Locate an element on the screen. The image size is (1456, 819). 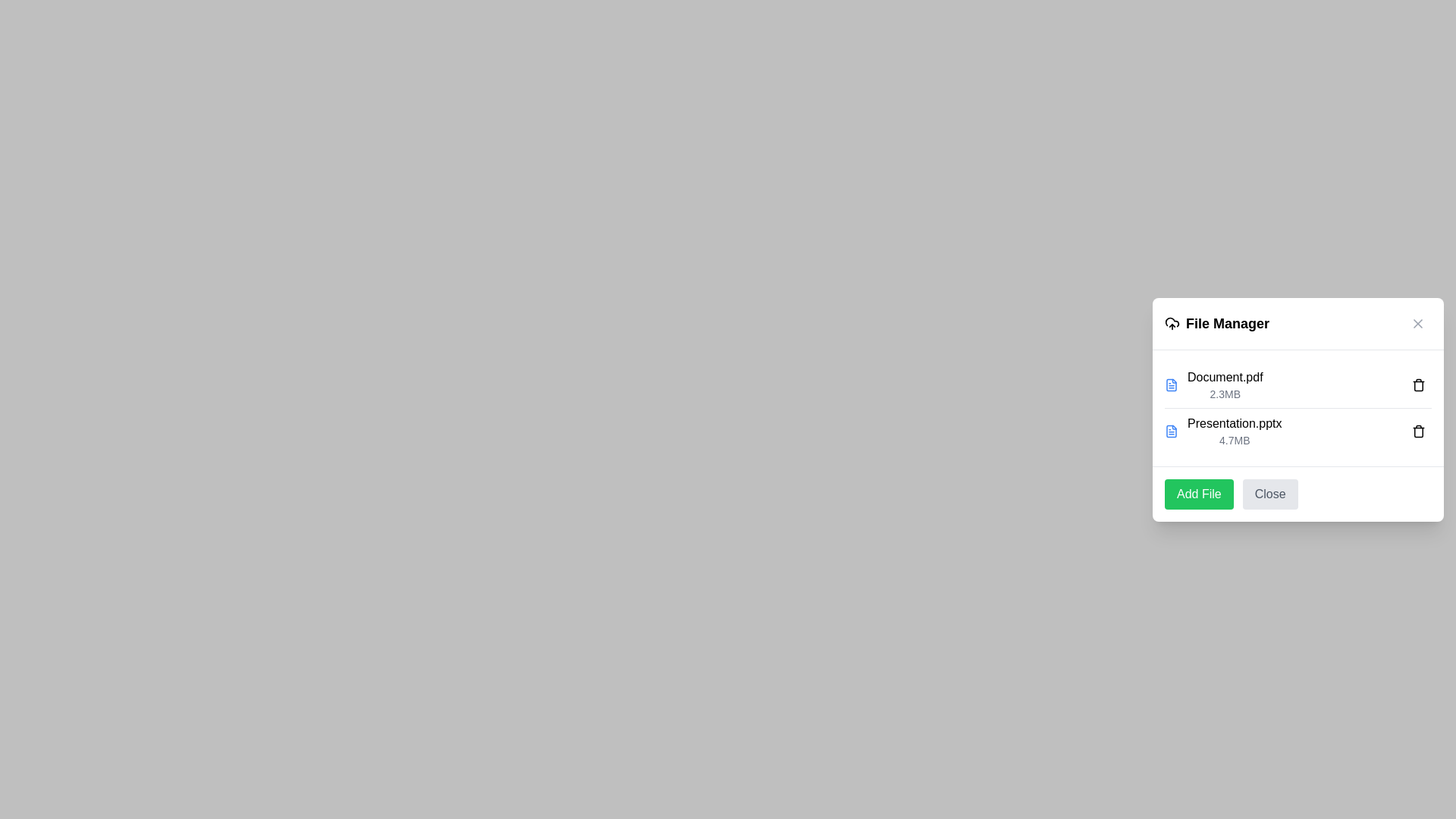
the trash can icon button located at the right end of the file entry row for 'Document.pdf' is located at coordinates (1418, 383).